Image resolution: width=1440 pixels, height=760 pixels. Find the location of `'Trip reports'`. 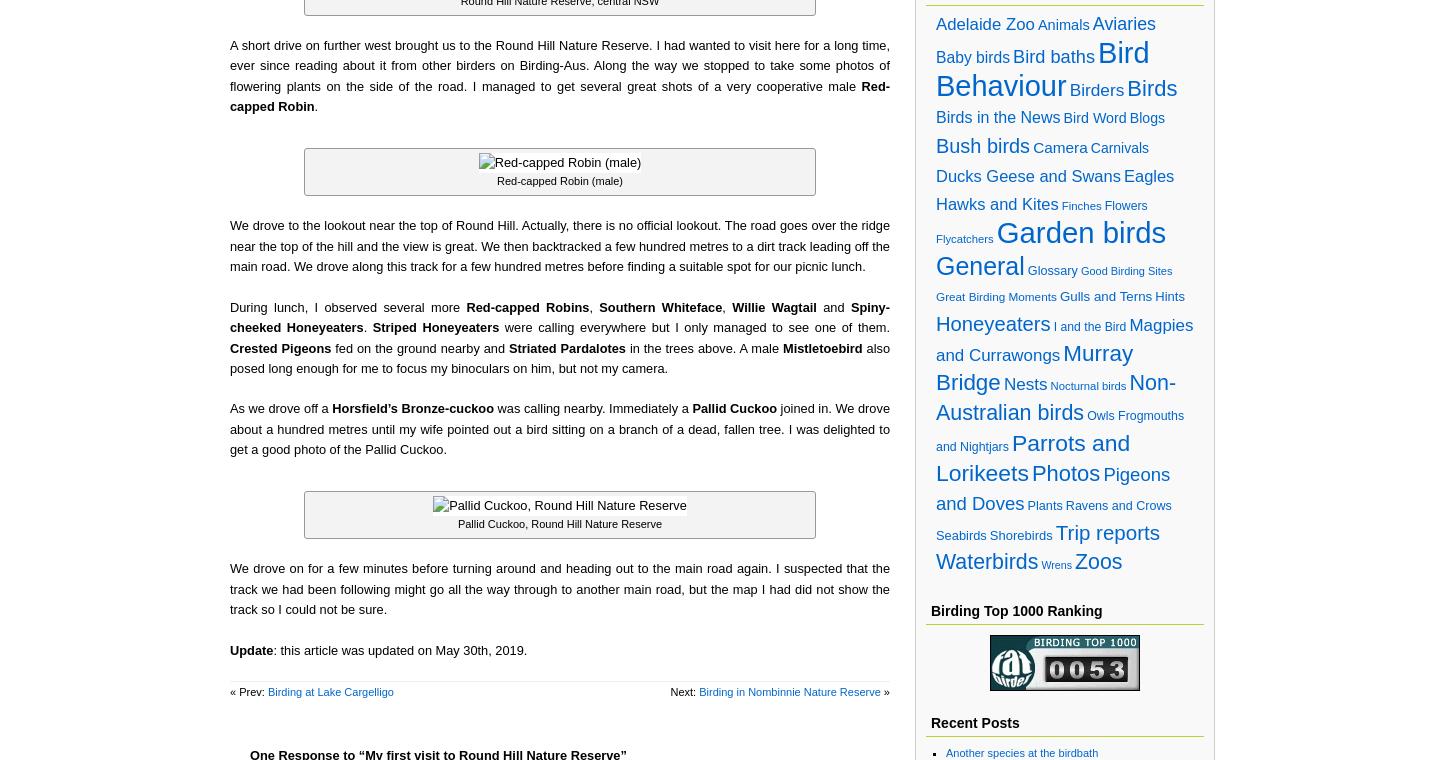

'Trip reports' is located at coordinates (1054, 531).